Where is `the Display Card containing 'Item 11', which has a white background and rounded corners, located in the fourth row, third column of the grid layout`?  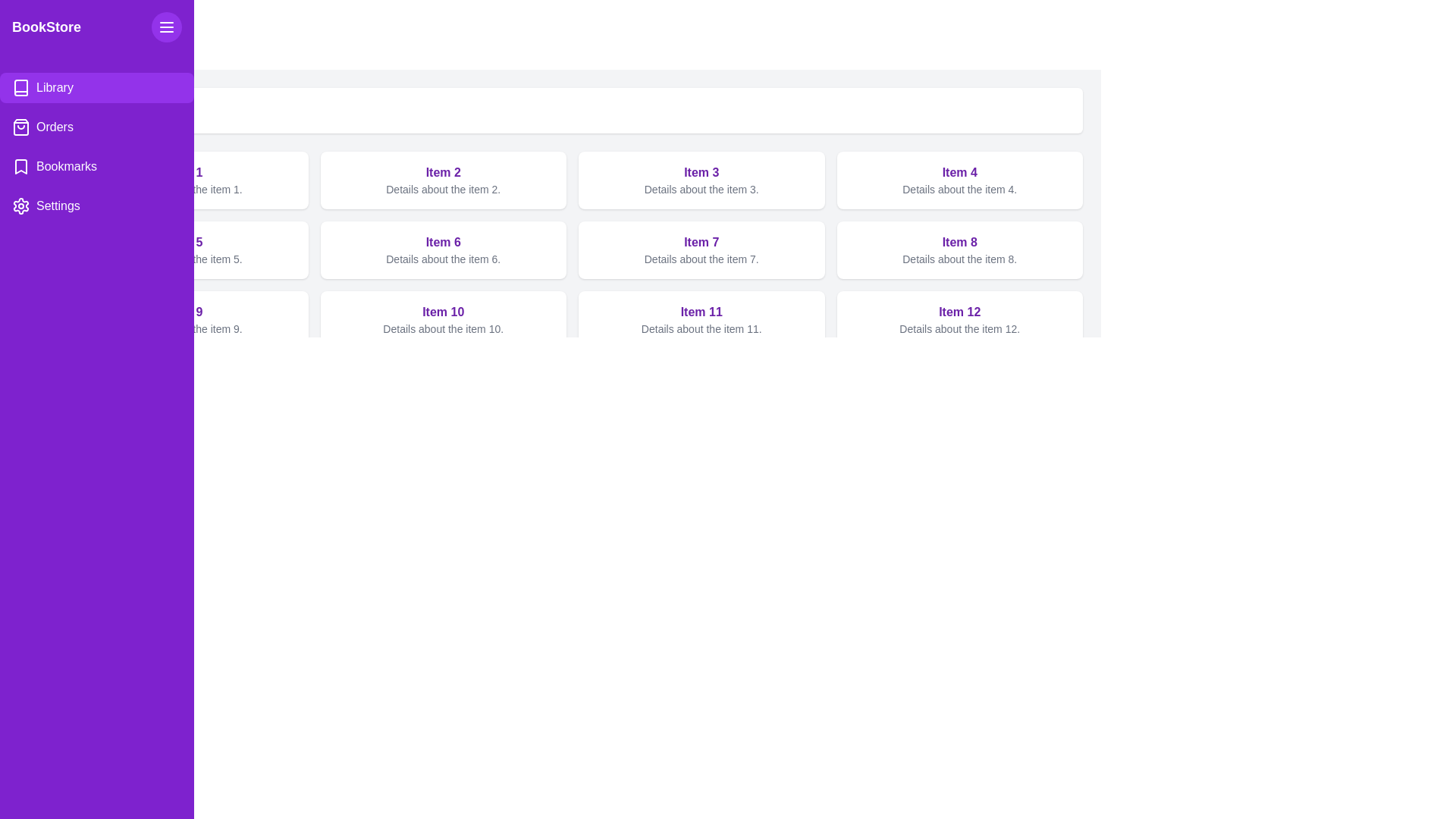
the Display Card containing 'Item 11', which has a white background and rounded corners, located in the fourth row, third column of the grid layout is located at coordinates (701, 318).